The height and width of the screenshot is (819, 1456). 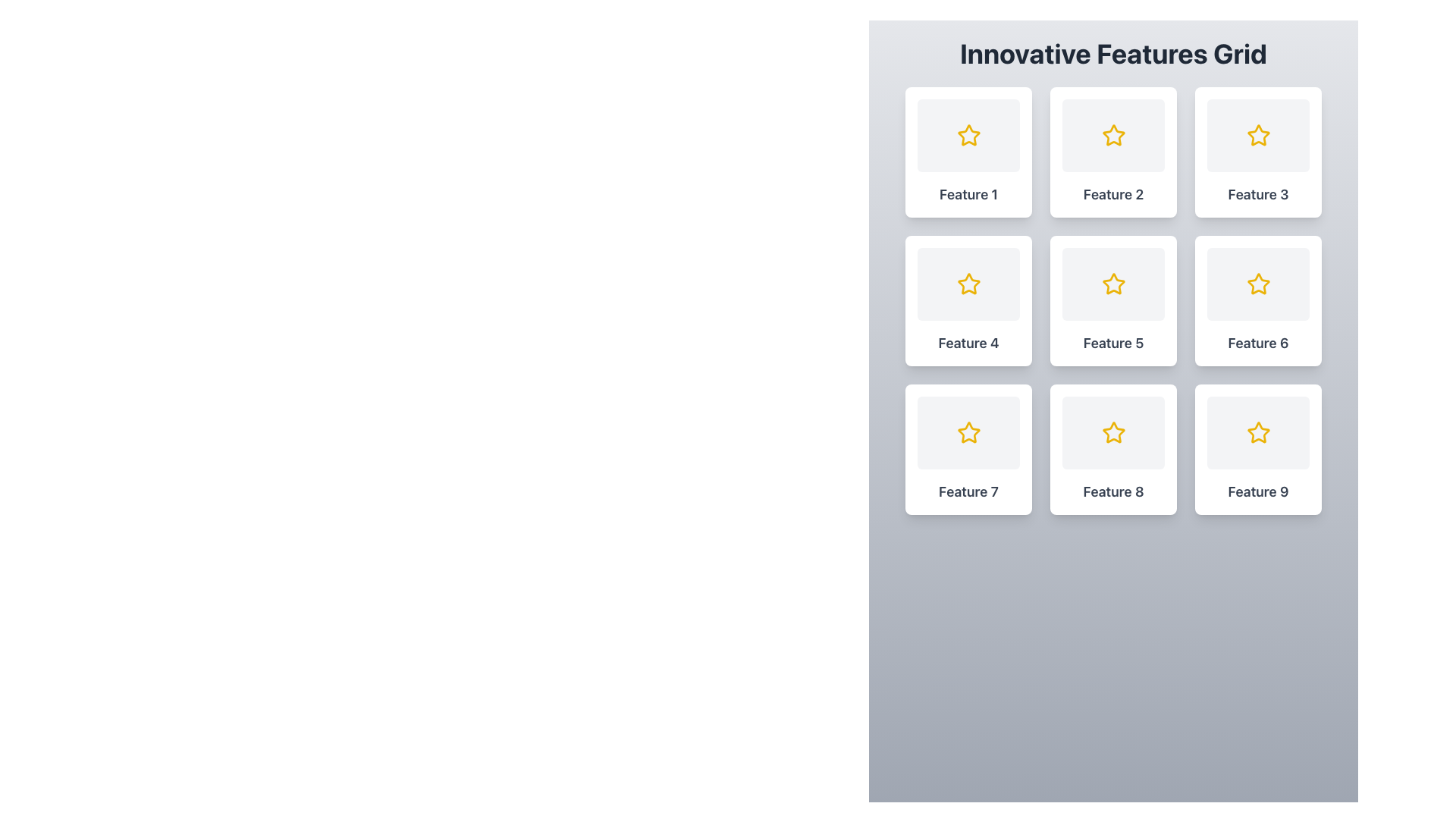 I want to click on text label at the center of the sixth card in the Innovative Features Grid, located in the middle row and third column, so click(x=1258, y=343).